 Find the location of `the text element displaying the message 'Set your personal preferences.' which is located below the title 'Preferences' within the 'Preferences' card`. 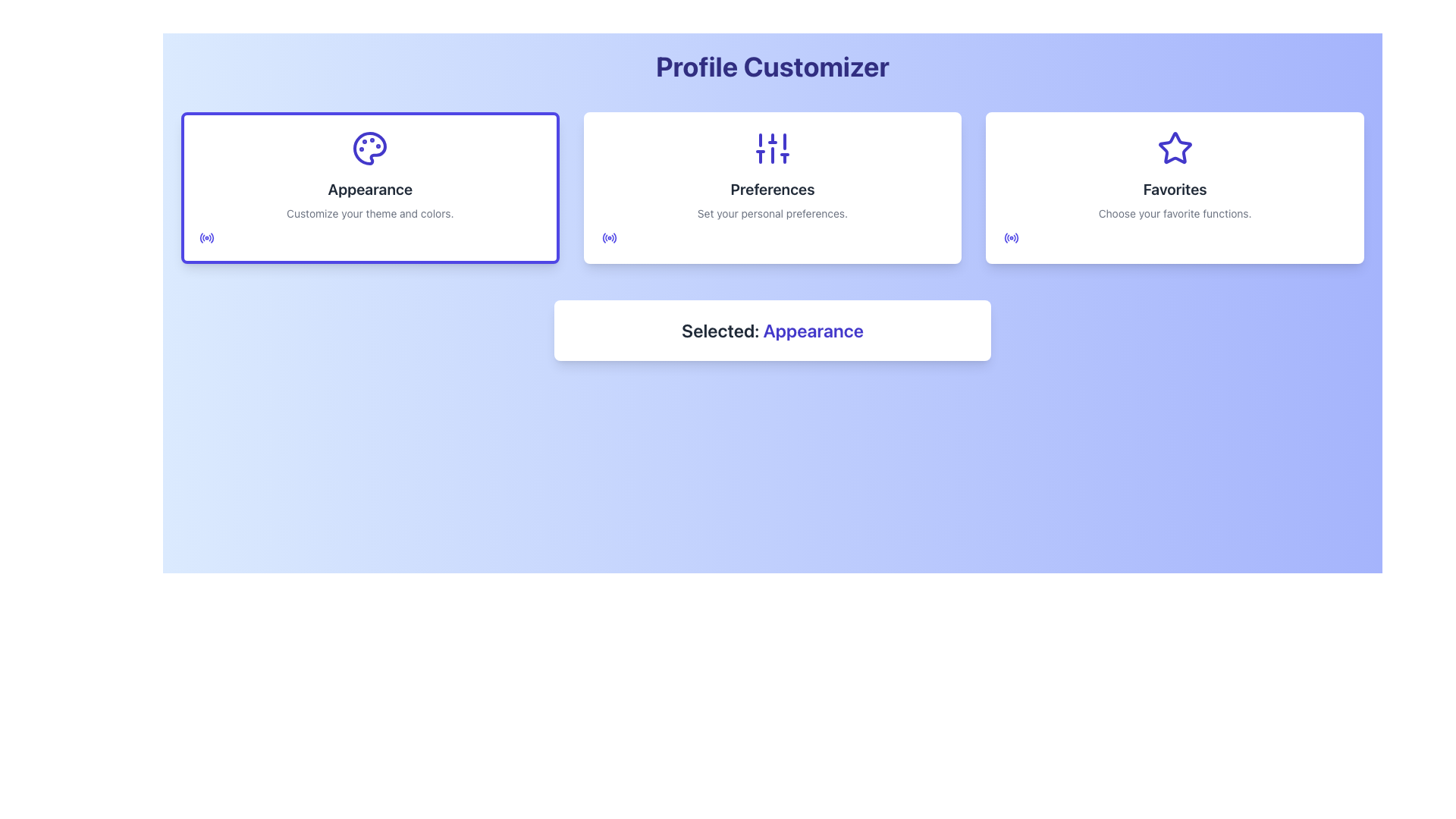

the text element displaying the message 'Set your personal preferences.' which is located below the title 'Preferences' within the 'Preferences' card is located at coordinates (772, 213).